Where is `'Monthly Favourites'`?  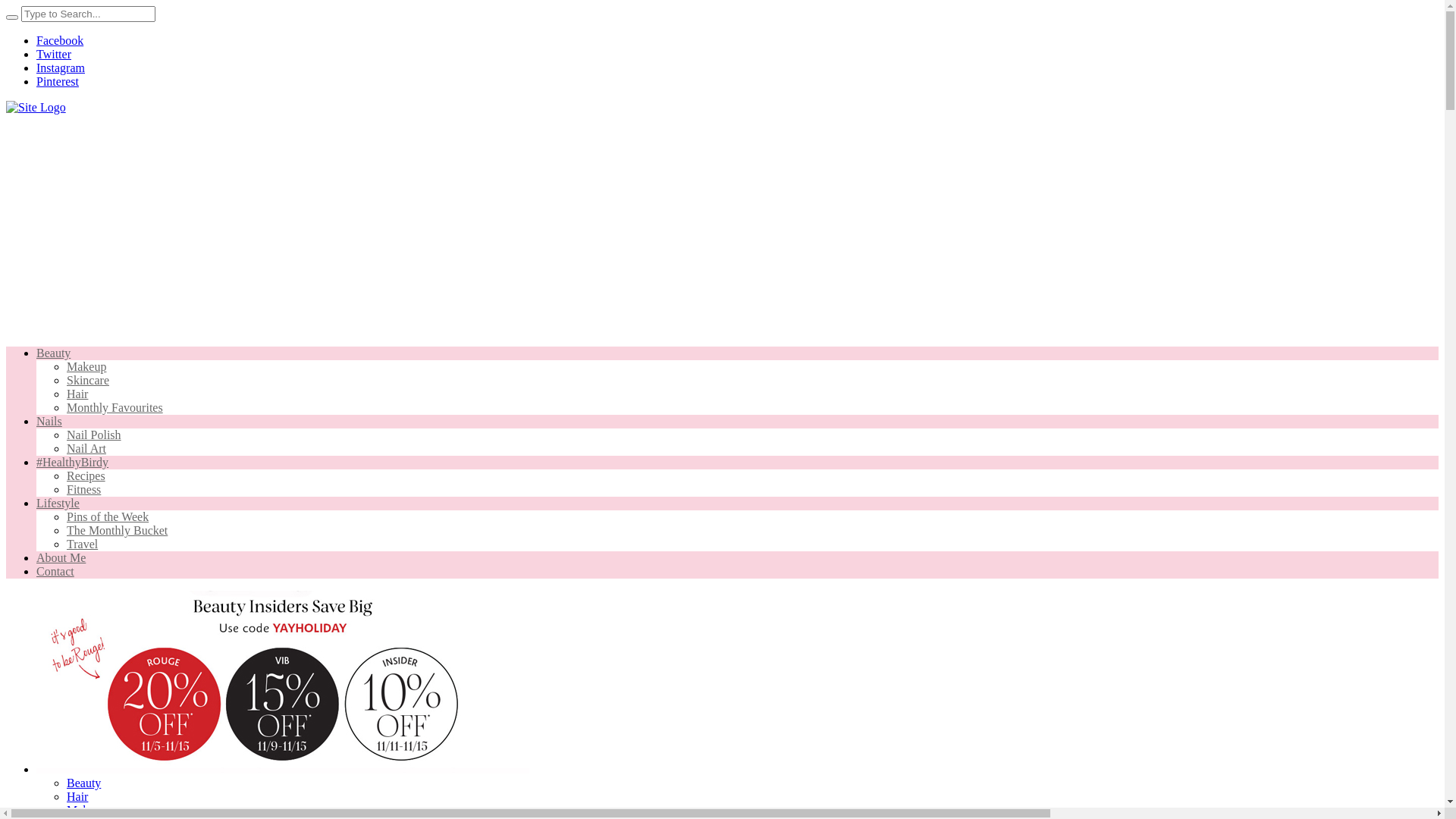
'Monthly Favourites' is located at coordinates (65, 406).